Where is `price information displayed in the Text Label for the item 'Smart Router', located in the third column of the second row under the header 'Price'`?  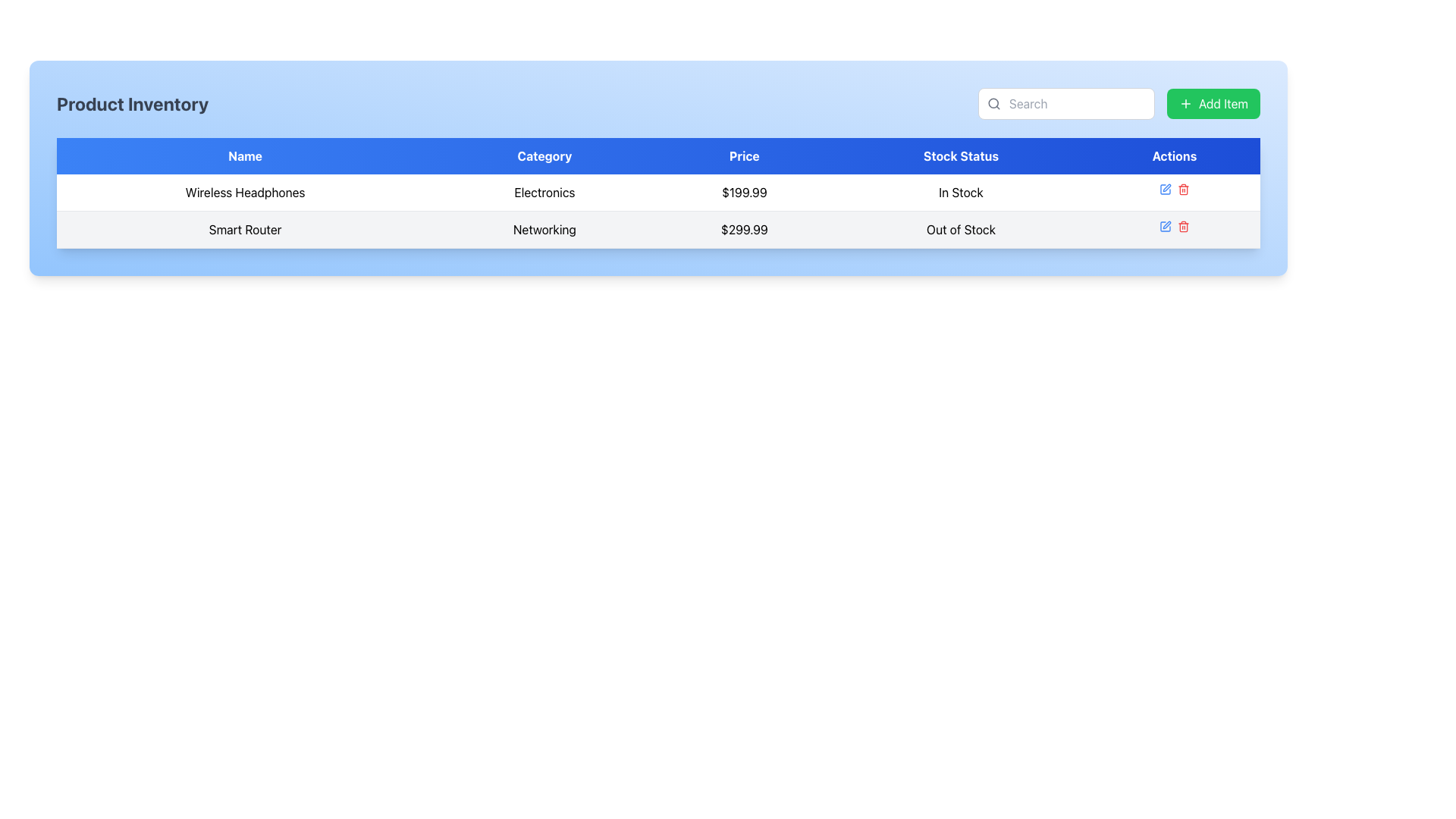
price information displayed in the Text Label for the item 'Smart Router', located in the third column of the second row under the header 'Price' is located at coordinates (744, 230).